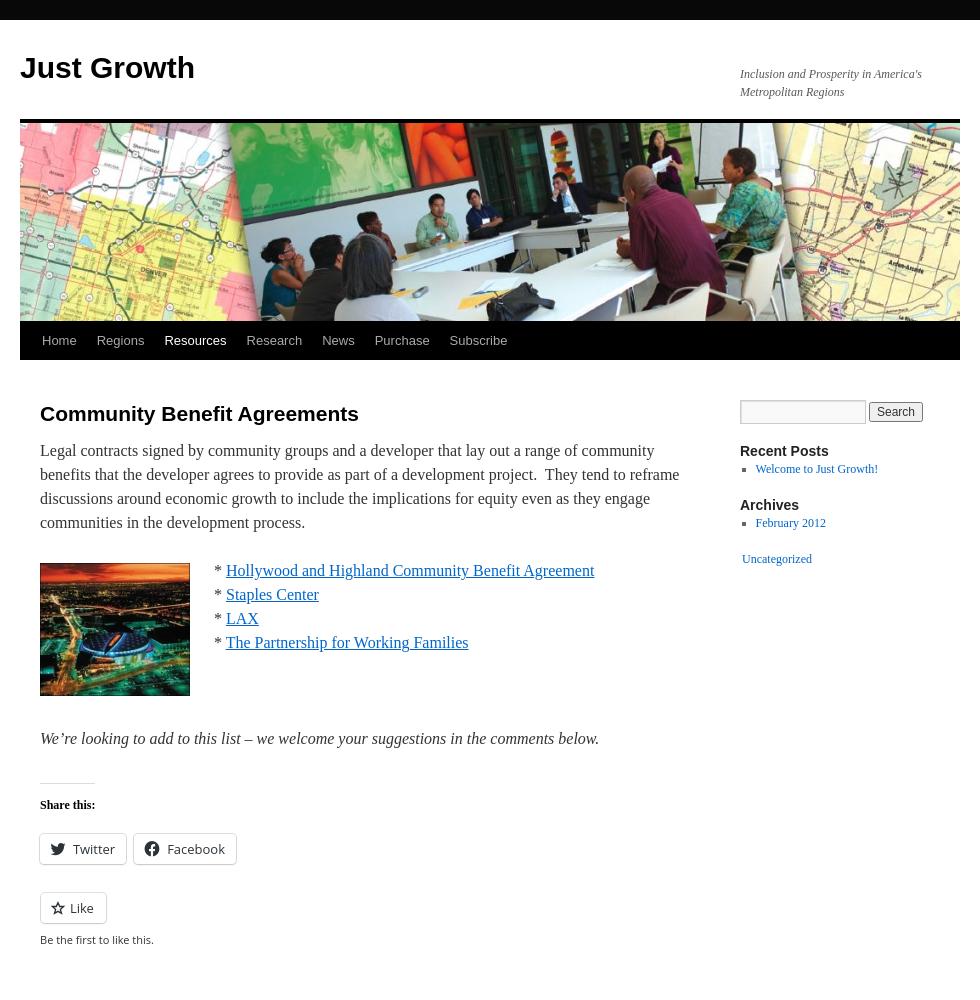  Describe the element at coordinates (359, 485) in the screenshot. I see `'Legal contracts signed by community groups and a developer that lay out a range of community benefits that the developer agrees to provide as part of a development project.  They tend to reframe discussions around economic growth to include the implications for equity even as they engage communities in the development process.'` at that location.